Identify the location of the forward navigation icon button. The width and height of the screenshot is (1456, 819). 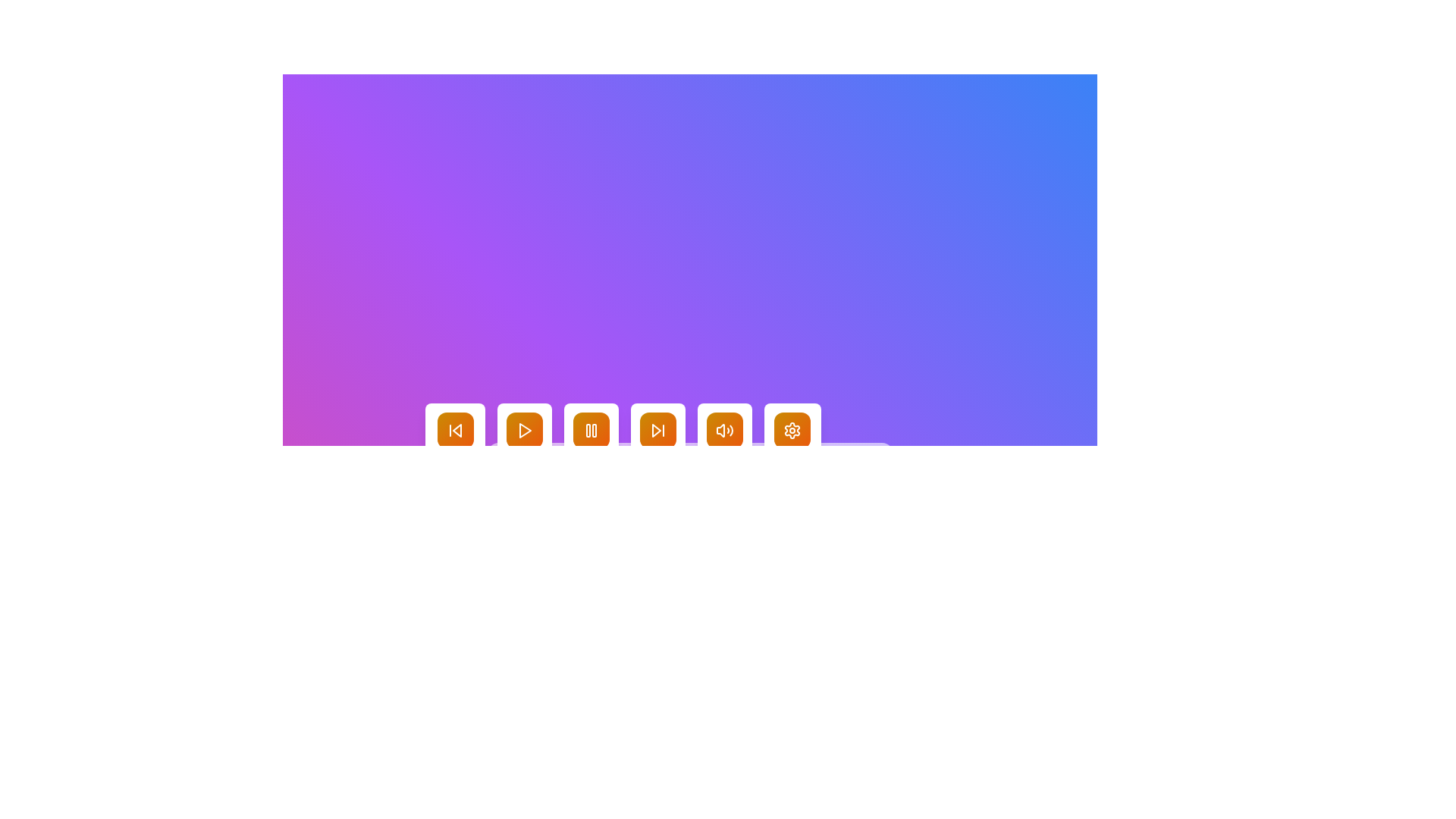
(657, 430).